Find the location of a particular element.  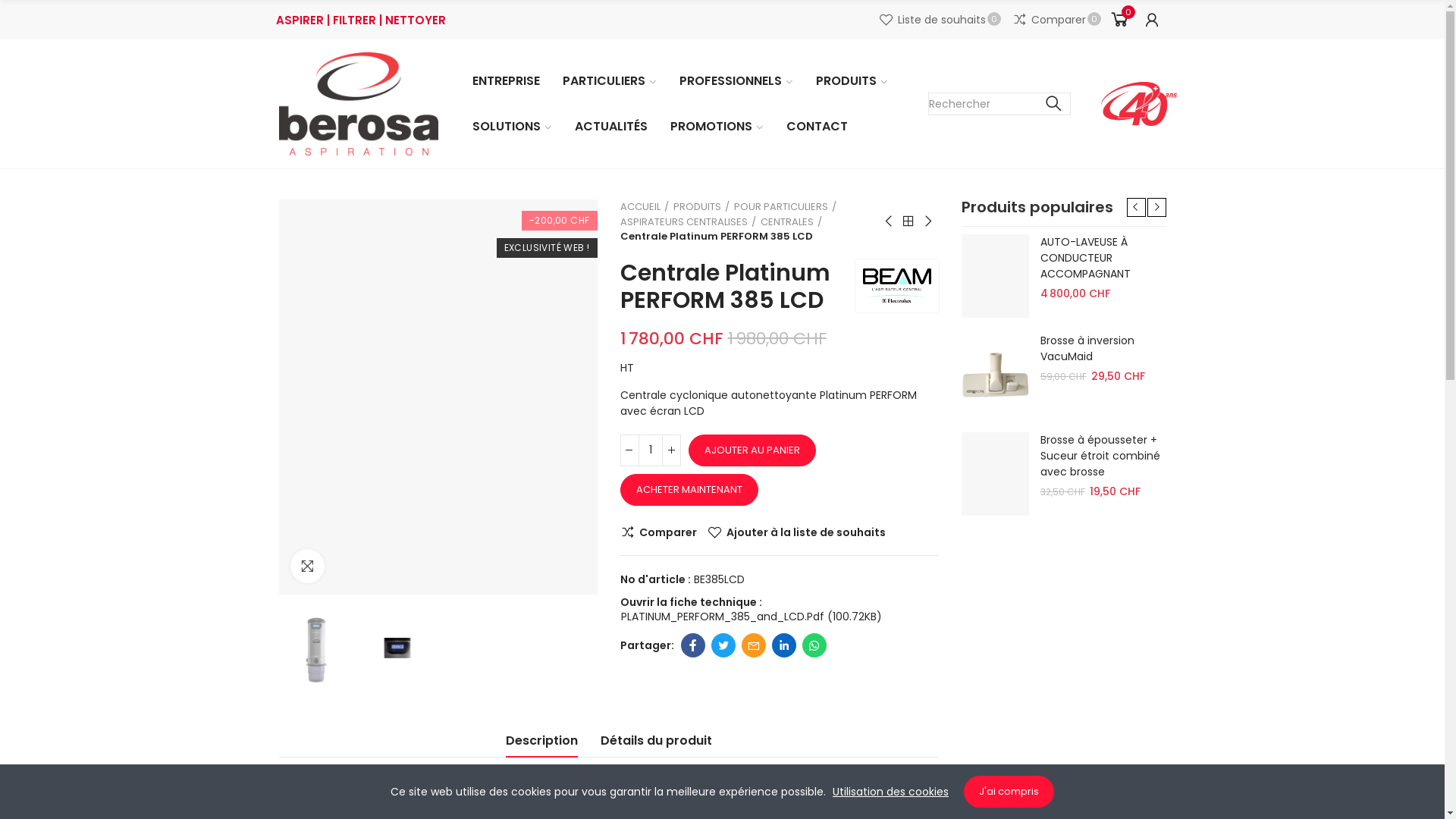

'ACCUEIL' is located at coordinates (644, 207).